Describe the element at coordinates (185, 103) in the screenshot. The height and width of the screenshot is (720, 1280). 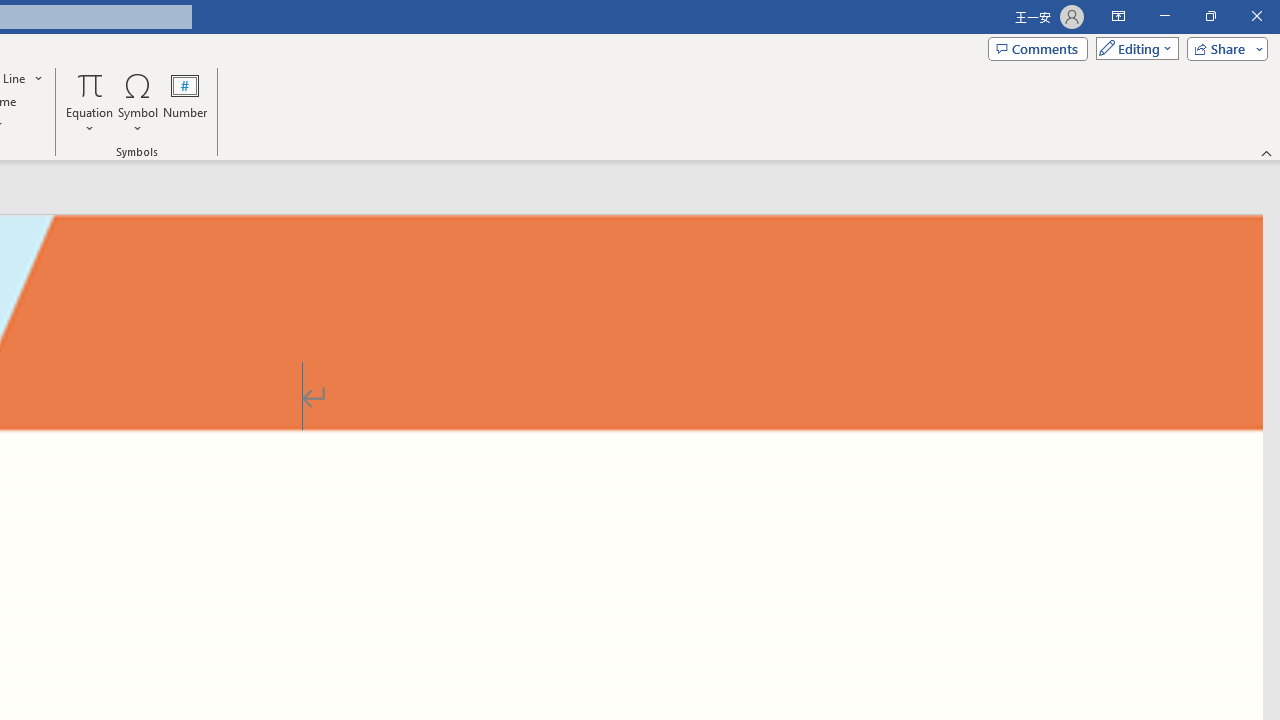
I see `'Number...'` at that location.